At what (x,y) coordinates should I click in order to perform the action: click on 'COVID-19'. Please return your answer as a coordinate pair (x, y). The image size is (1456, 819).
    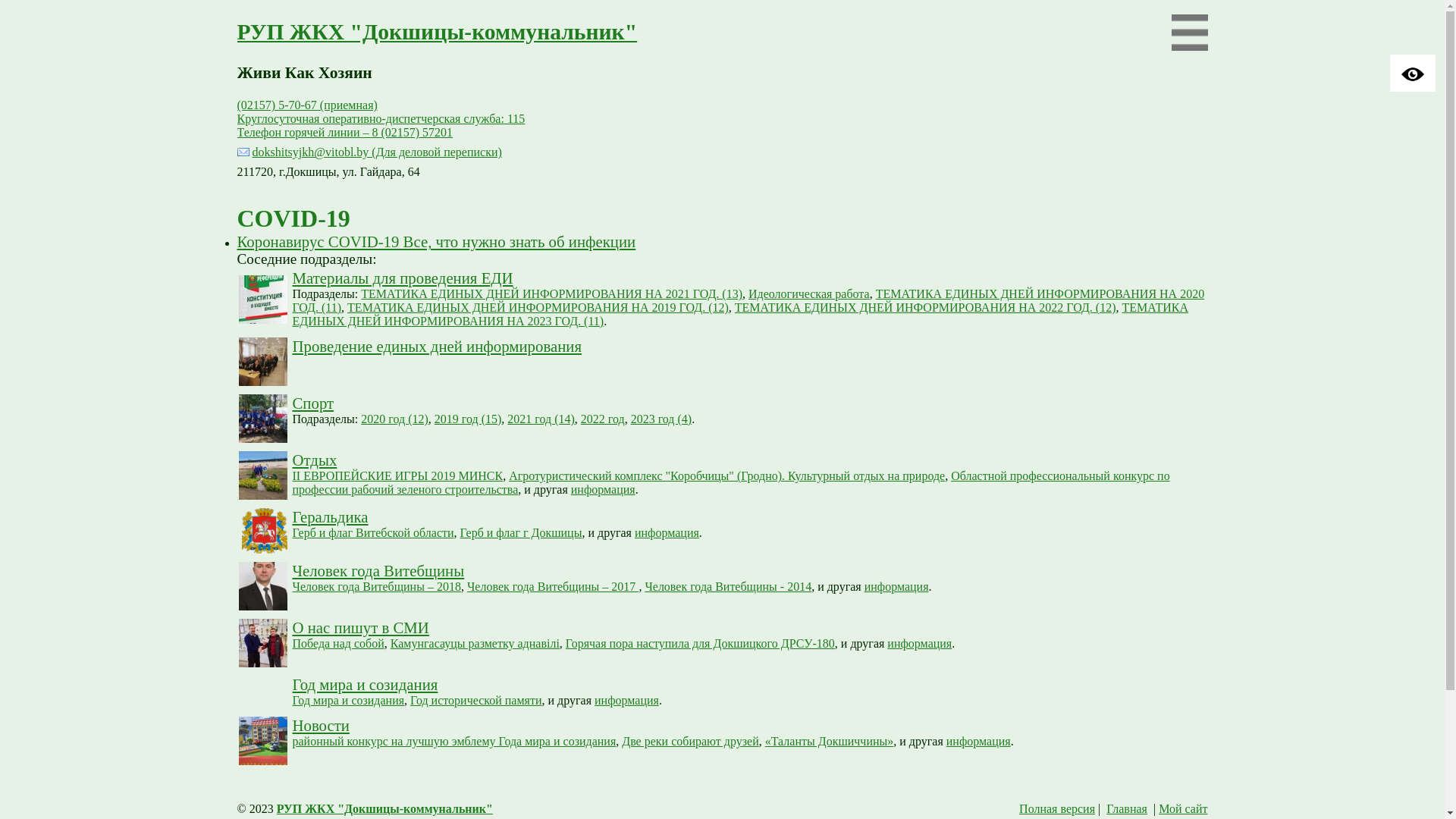
    Looking at the image, I should click on (293, 218).